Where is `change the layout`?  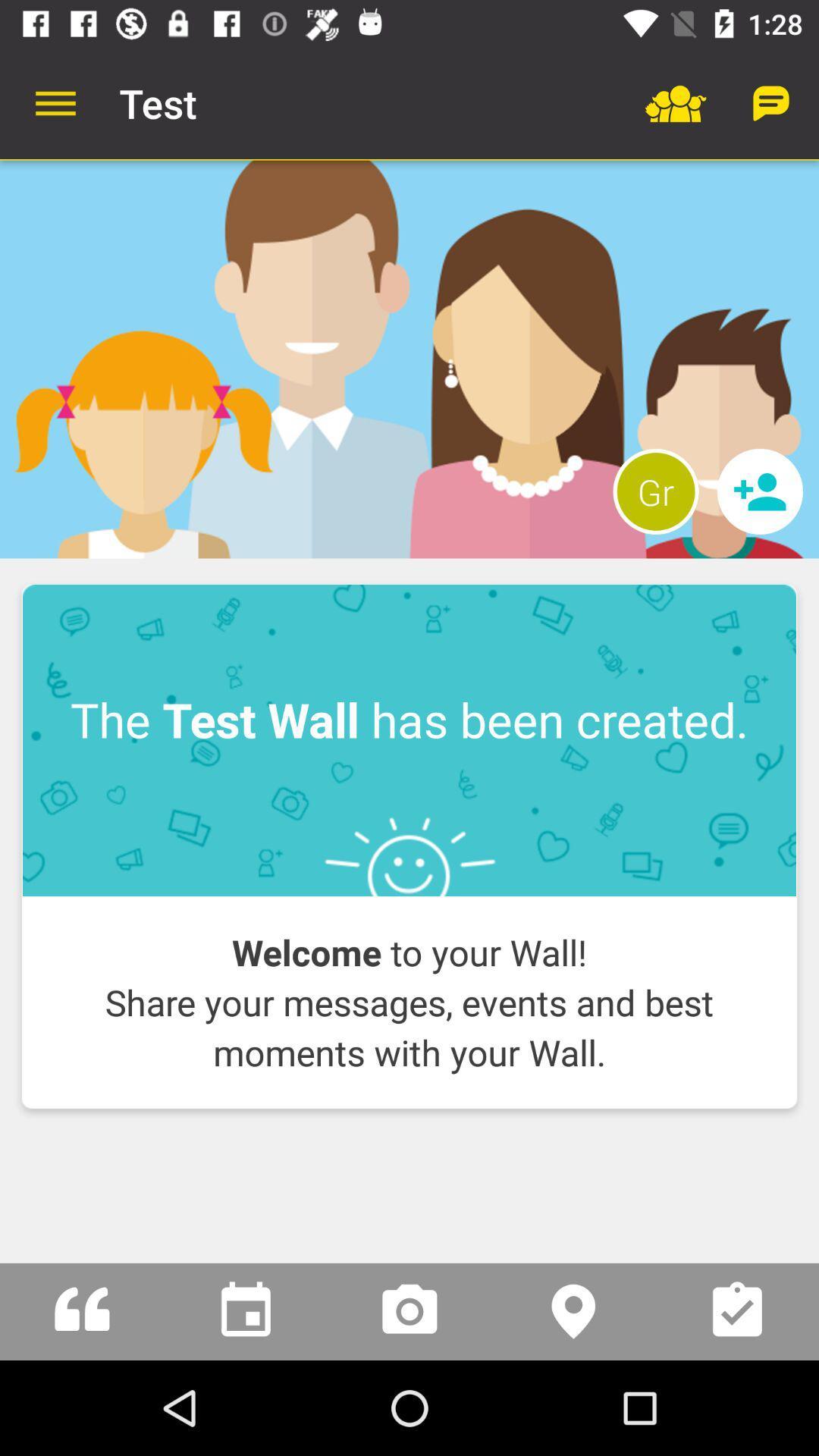
change the layout is located at coordinates (409, 359).